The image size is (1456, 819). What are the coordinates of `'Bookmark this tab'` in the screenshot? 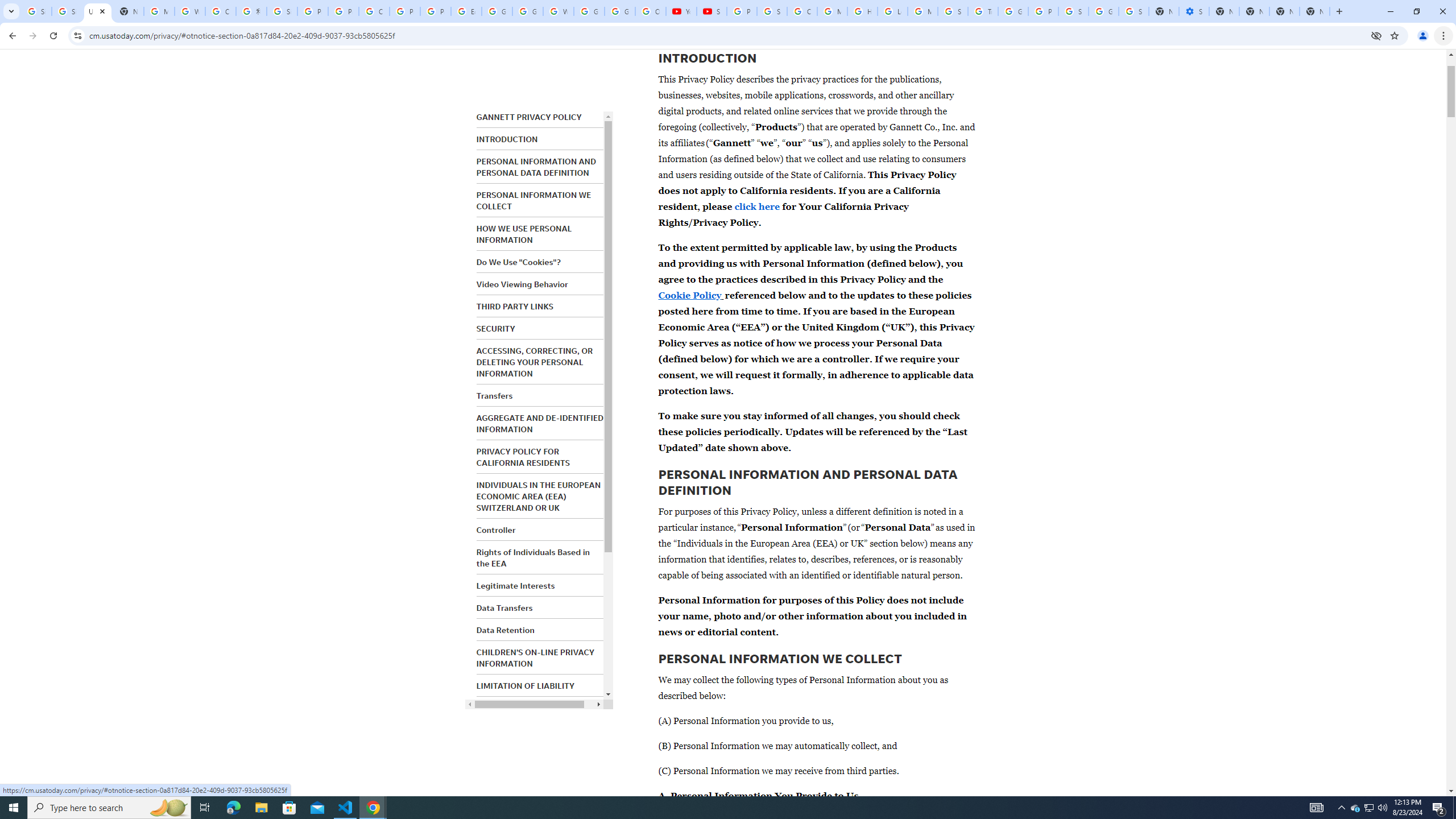 It's located at (1393, 35).